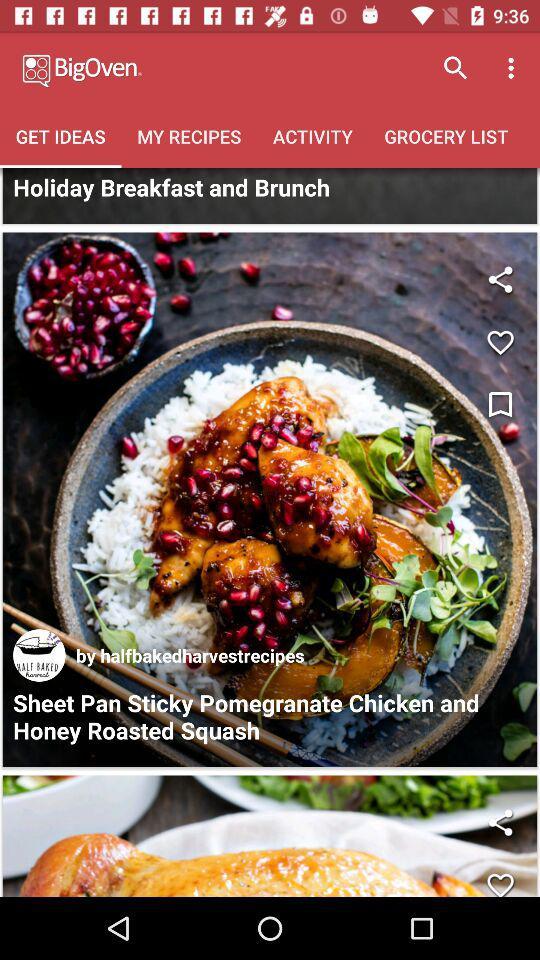  What do you see at coordinates (39, 654) in the screenshot?
I see `author 's profile` at bounding box center [39, 654].